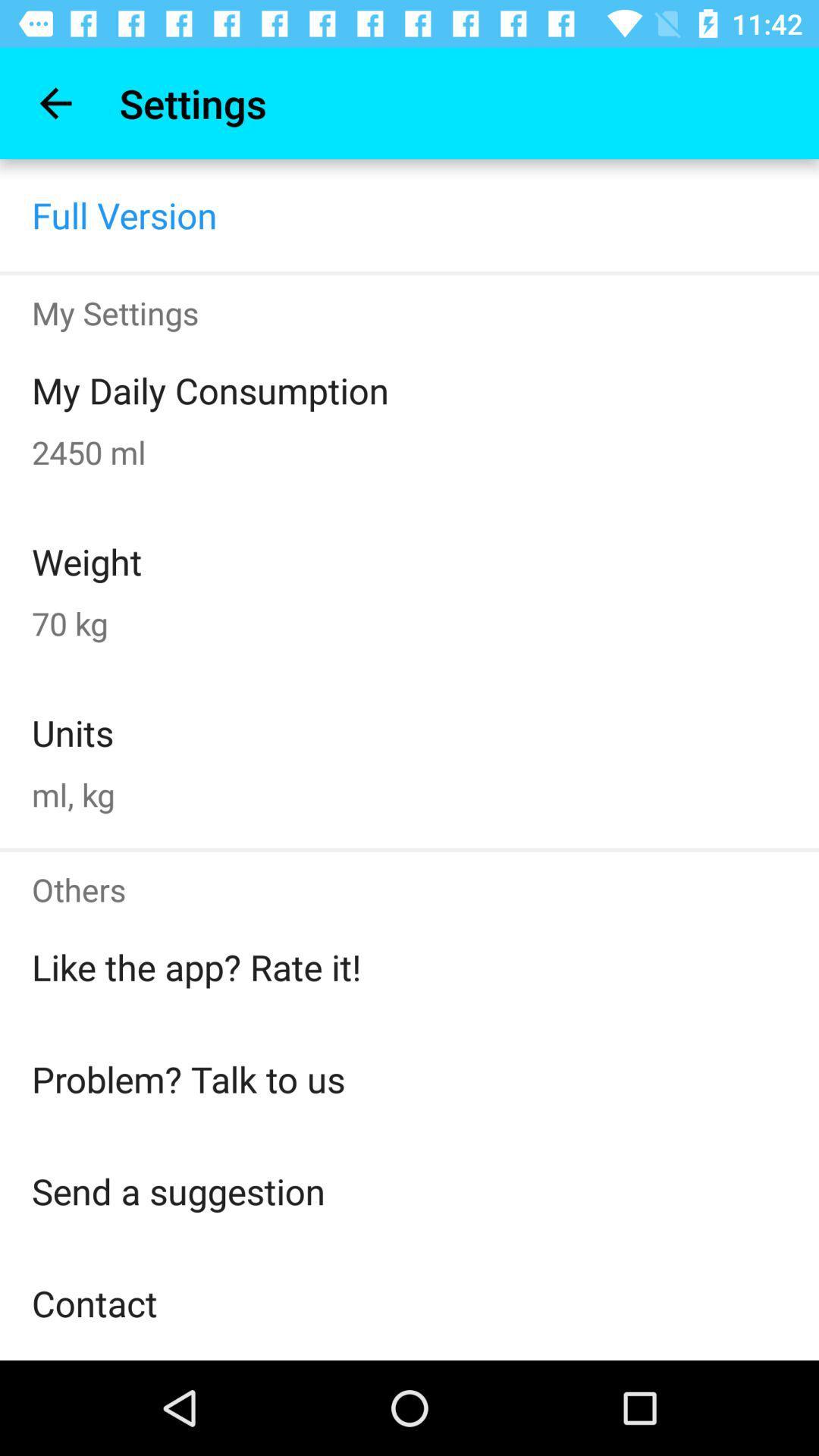  Describe the element at coordinates (55, 102) in the screenshot. I see `item next to settings icon` at that location.